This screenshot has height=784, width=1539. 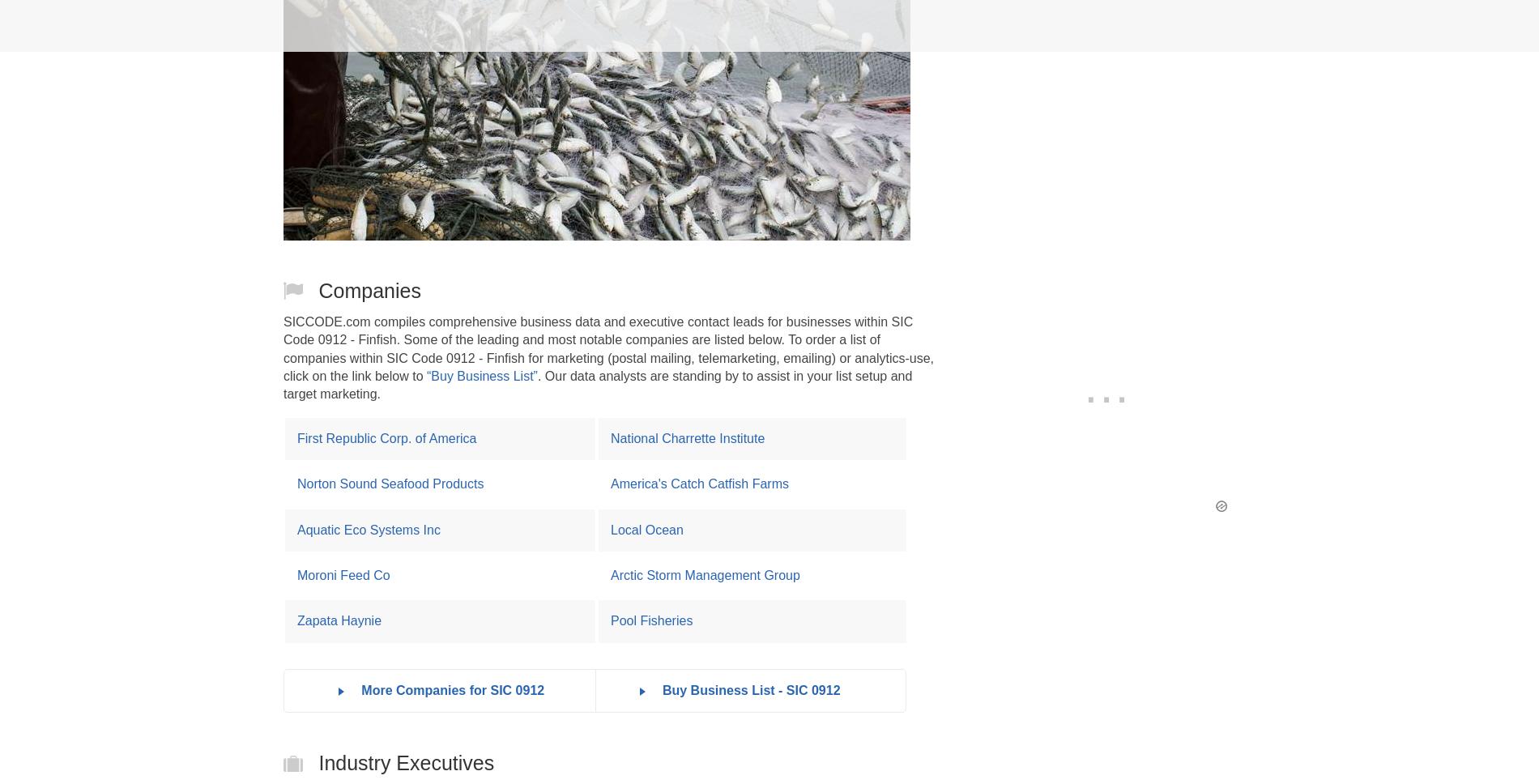 What do you see at coordinates (607, 347) in the screenshot?
I see `'SICCODE.com compiles comprehensive business data and executive contact leads for businesses within SIC Code 0912 - Finfish. Some of the leading and most notable companies are listed below. To order a list of companies within SIC Code 0912 - Finfish for marketing (postal mailing, telemarketing, emailing) or analytics-use, click on the link below to'` at bounding box center [607, 347].